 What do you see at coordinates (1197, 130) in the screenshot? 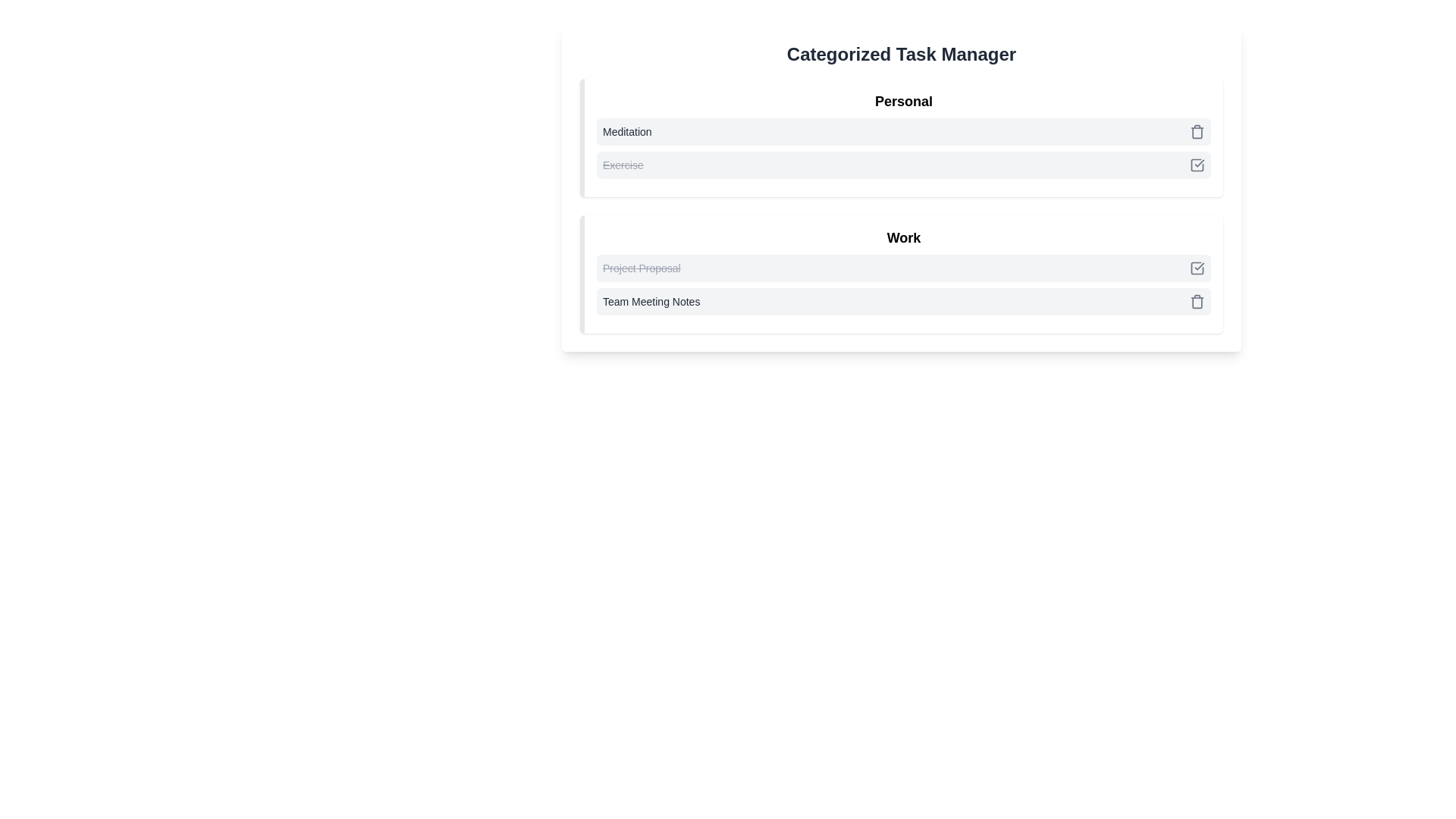
I see `the delete icon button located at the far right end of the 'Meditation' task row under the 'Personal' category` at bounding box center [1197, 130].